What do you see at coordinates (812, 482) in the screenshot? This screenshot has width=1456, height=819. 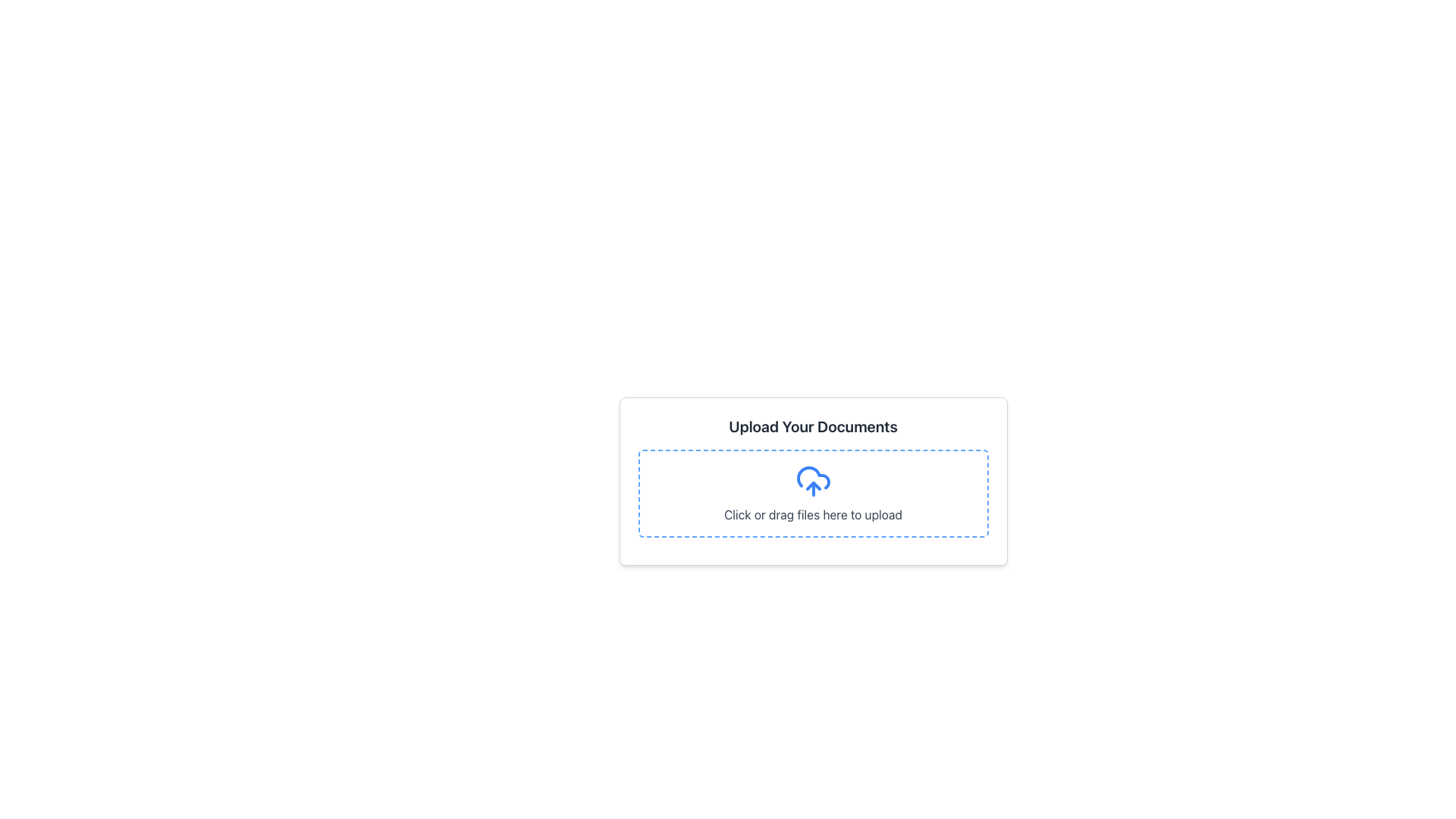 I see `the File upload zone located below the 'Upload Your Documents' header` at bounding box center [812, 482].